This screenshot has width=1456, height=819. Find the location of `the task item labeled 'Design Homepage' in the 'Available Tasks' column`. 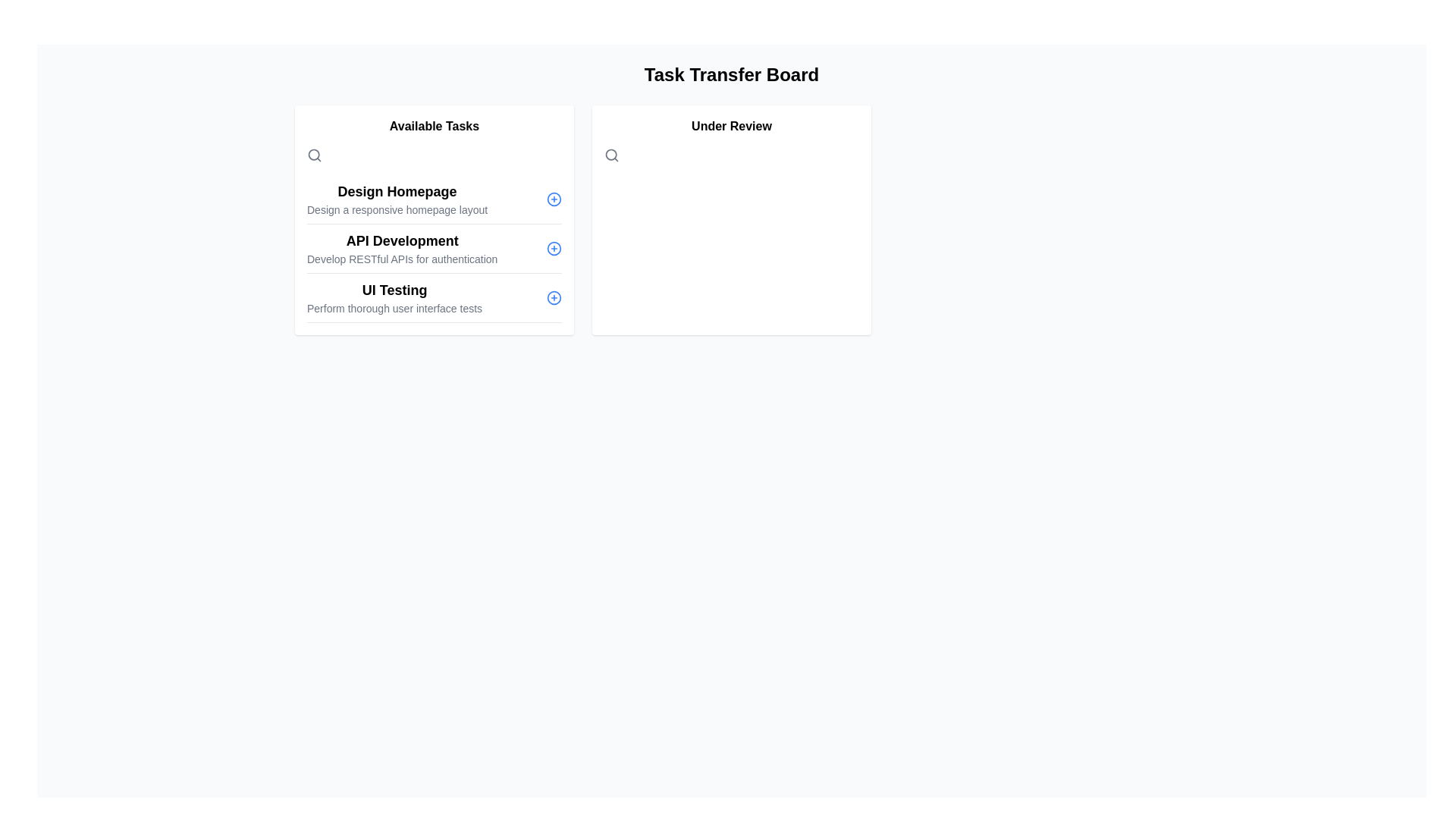

the task item labeled 'Design Homepage' in the 'Available Tasks' column is located at coordinates (433, 198).